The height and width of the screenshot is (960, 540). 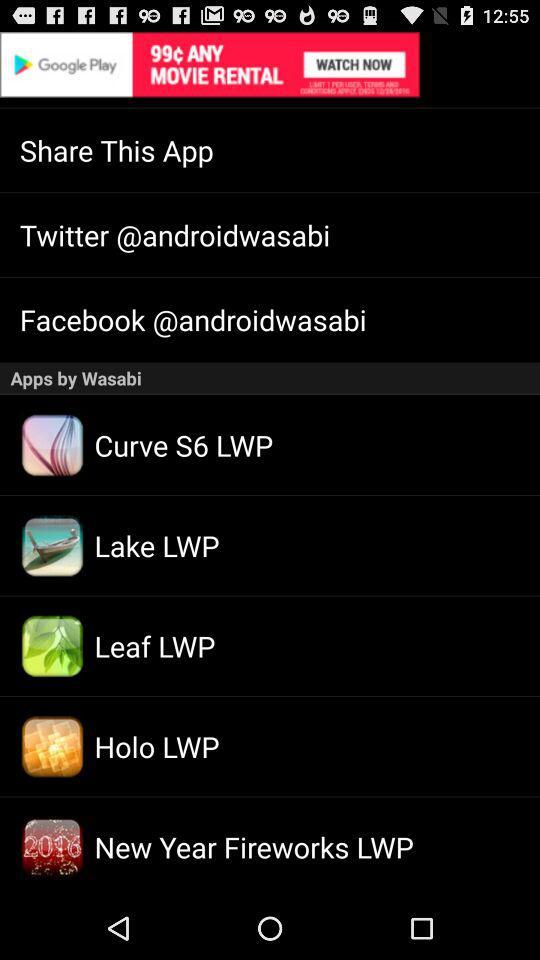 I want to click on try this app, so click(x=270, y=64).